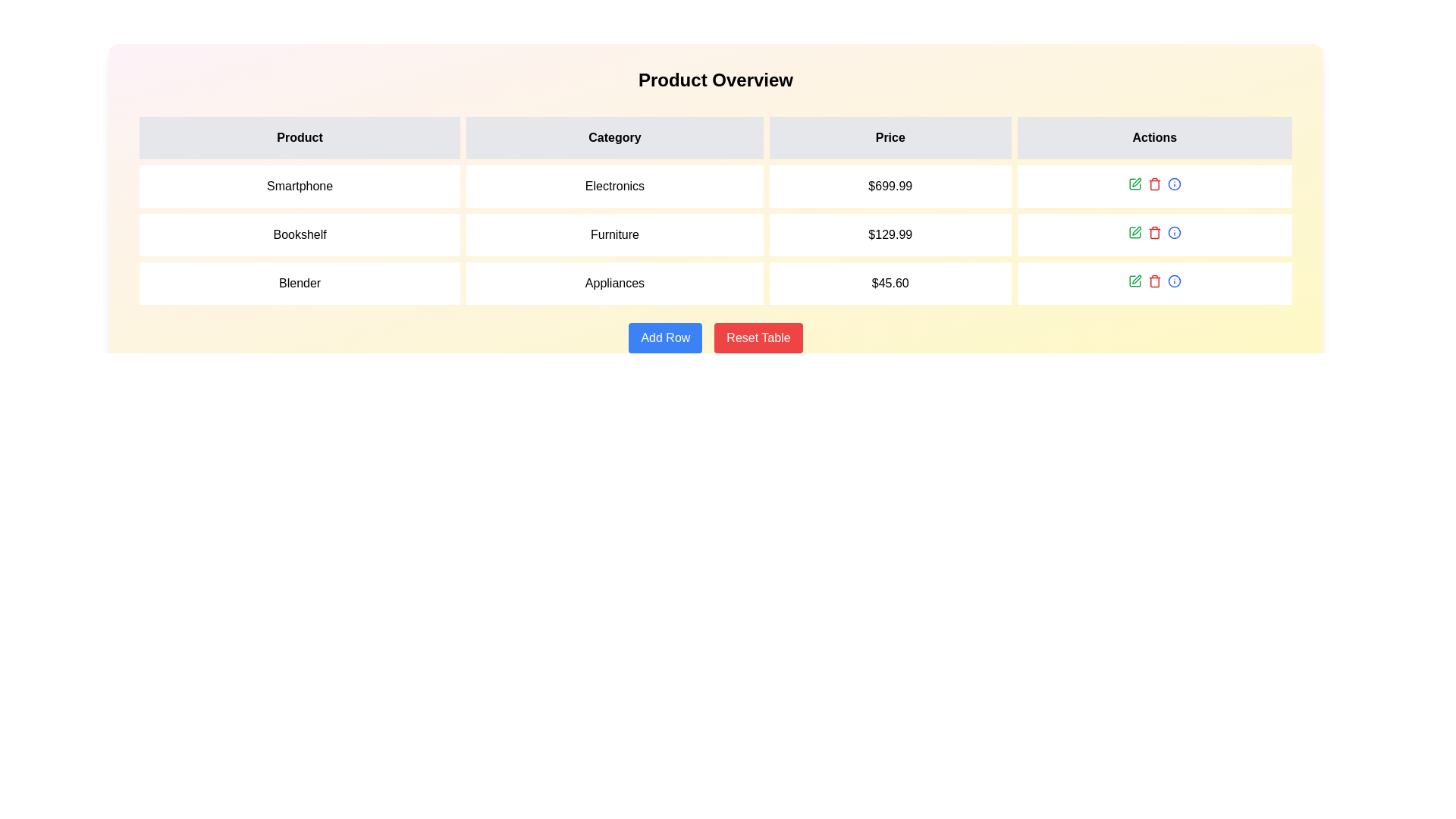  I want to click on red pen icon button located in the 'Actions' column of the last row in the 'Product Overview' table for accessibility information, so click(1136, 278).